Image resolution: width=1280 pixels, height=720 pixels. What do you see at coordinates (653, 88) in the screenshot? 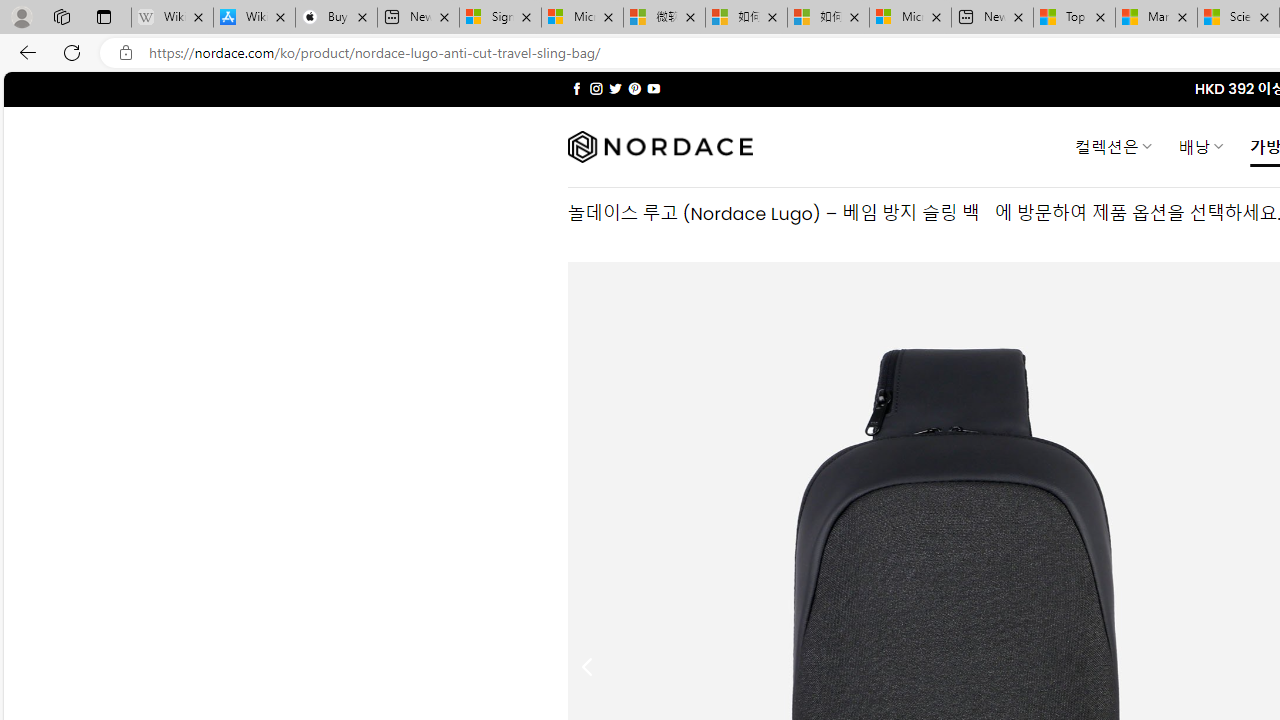
I see `'Follow on YouTube'` at bounding box center [653, 88].